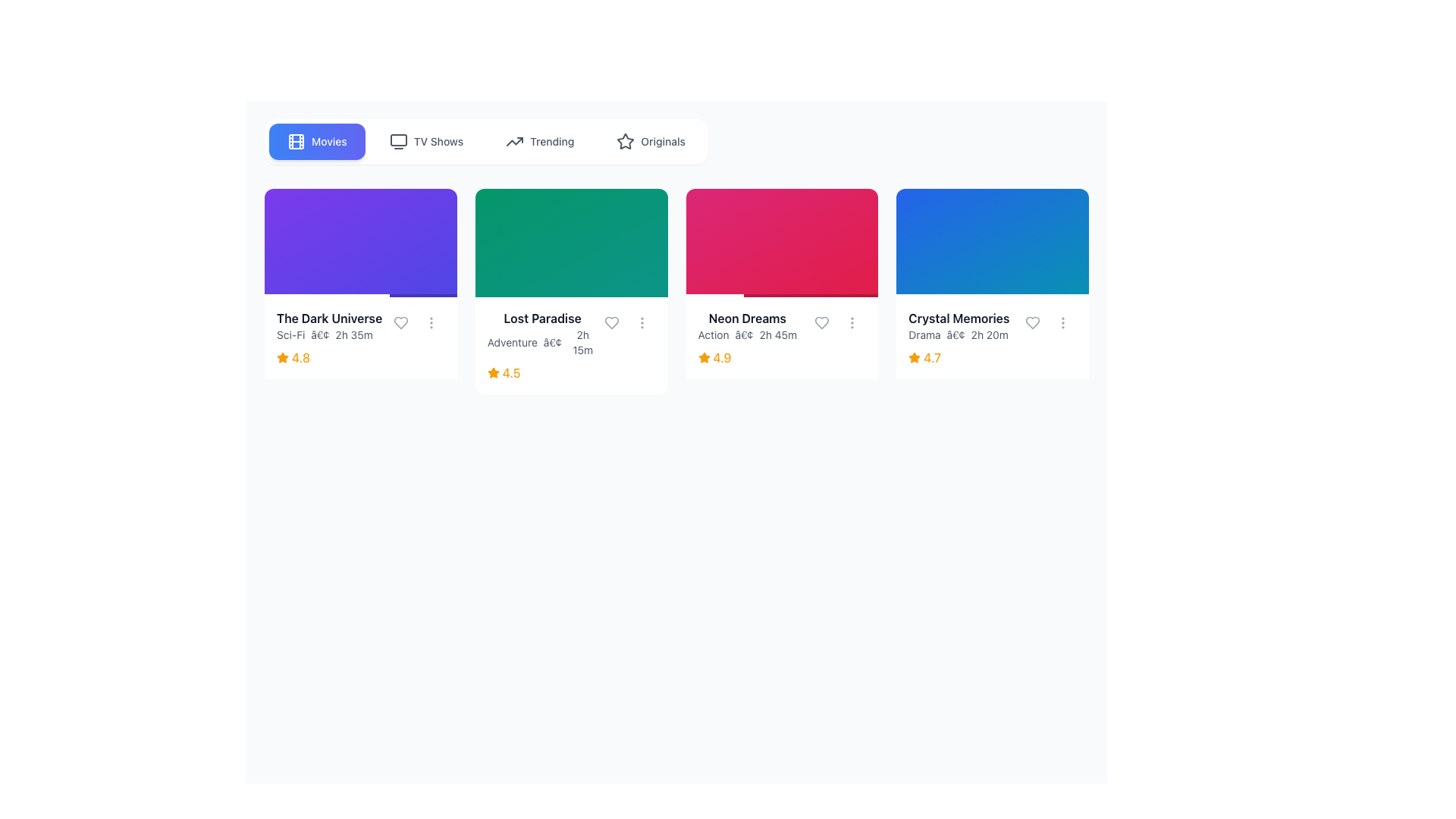  Describe the element at coordinates (570, 332) in the screenshot. I see `the text label displaying 'Adventure â€¢ 2h 15m' which is located beneath the title 'Lost Paradise' in the movie card` at that location.